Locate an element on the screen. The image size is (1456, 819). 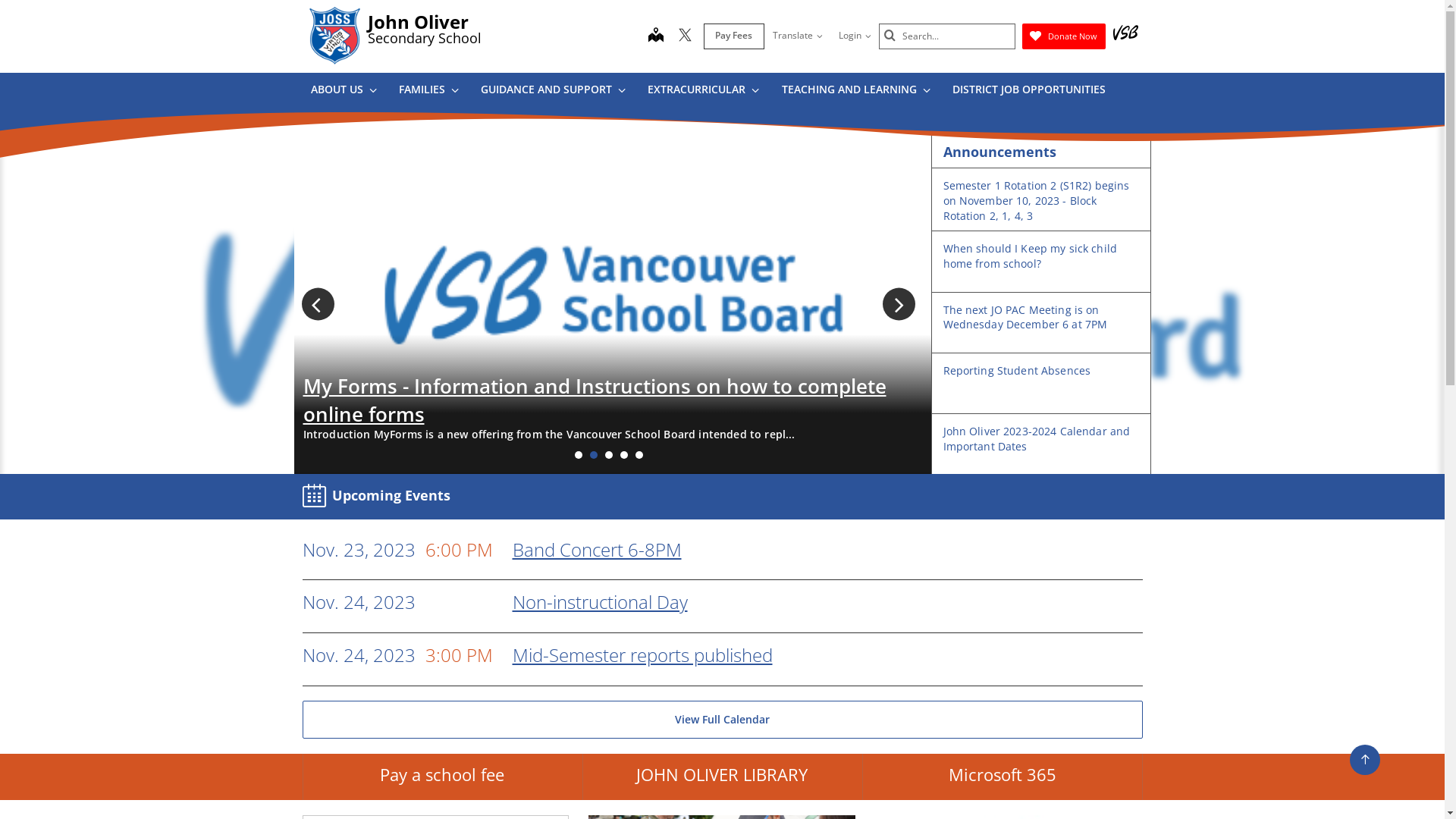
'5' is located at coordinates (635, 454).